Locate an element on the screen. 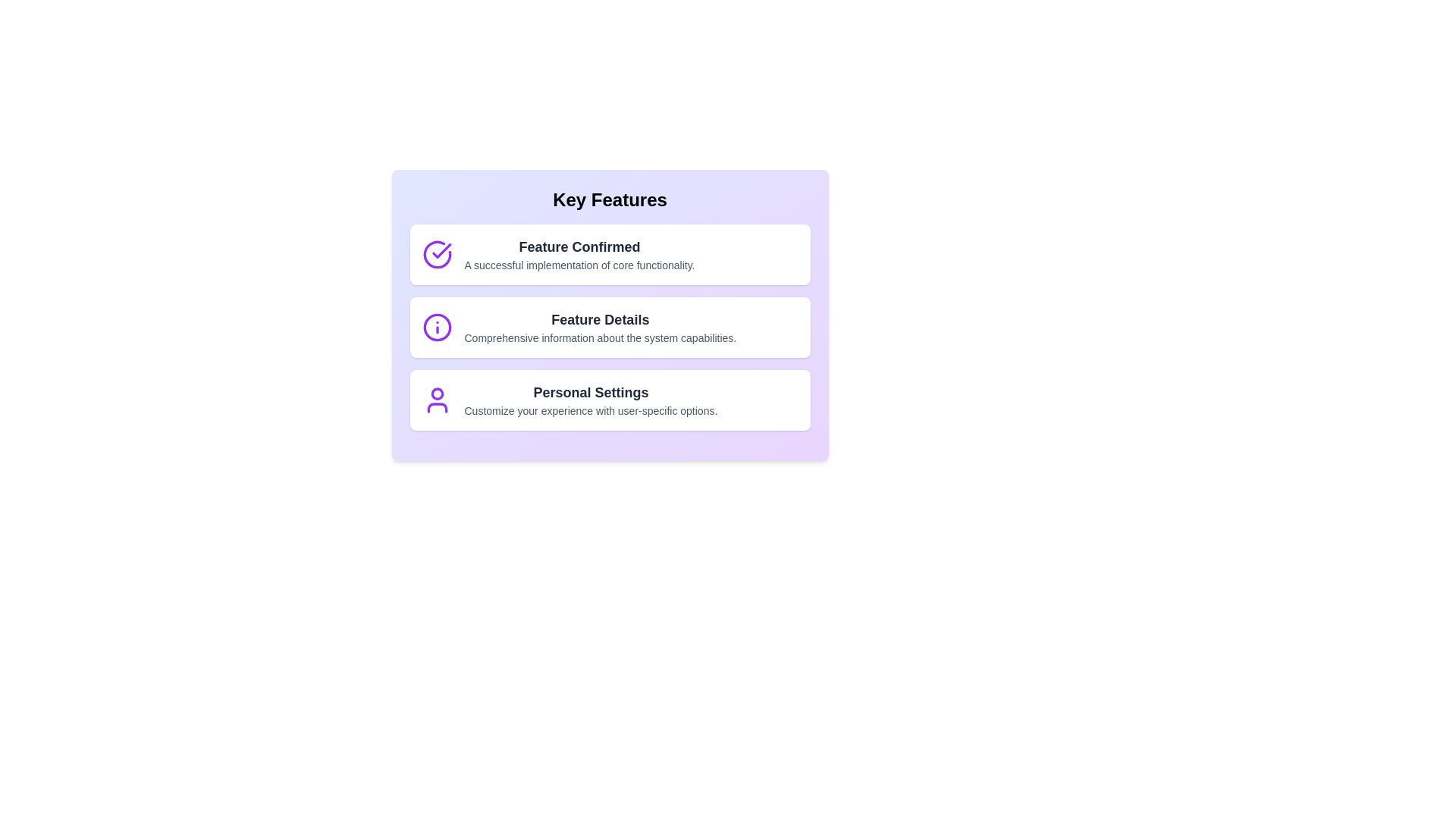 Image resolution: width=1456 pixels, height=819 pixels. the feature item corresponding to Personal Settings is located at coordinates (610, 400).